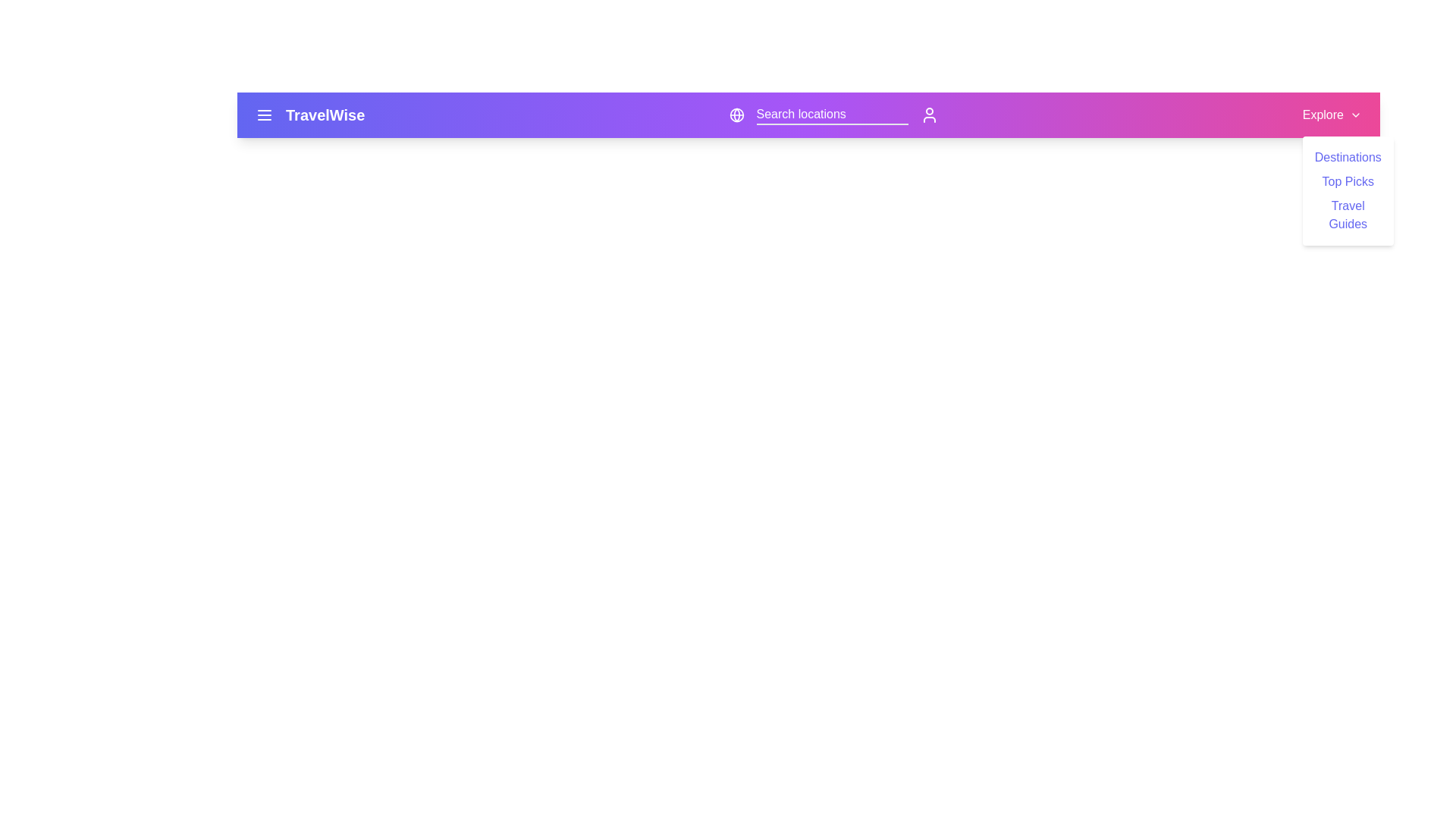 This screenshot has height=819, width=1456. I want to click on the user icon to open the user options, so click(928, 114).